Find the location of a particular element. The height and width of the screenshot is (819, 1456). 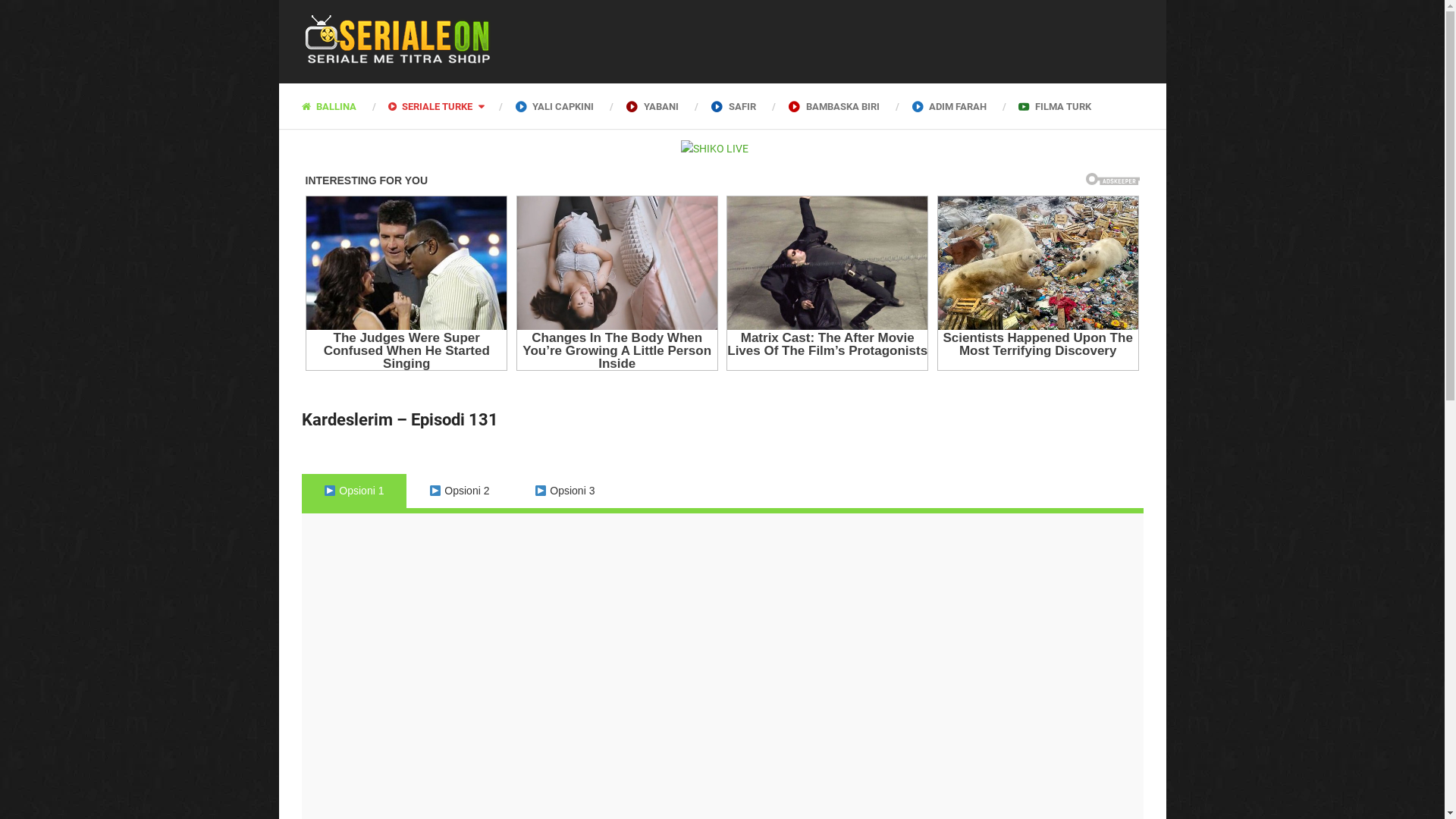

'Opsioni 2' is located at coordinates (458, 491).